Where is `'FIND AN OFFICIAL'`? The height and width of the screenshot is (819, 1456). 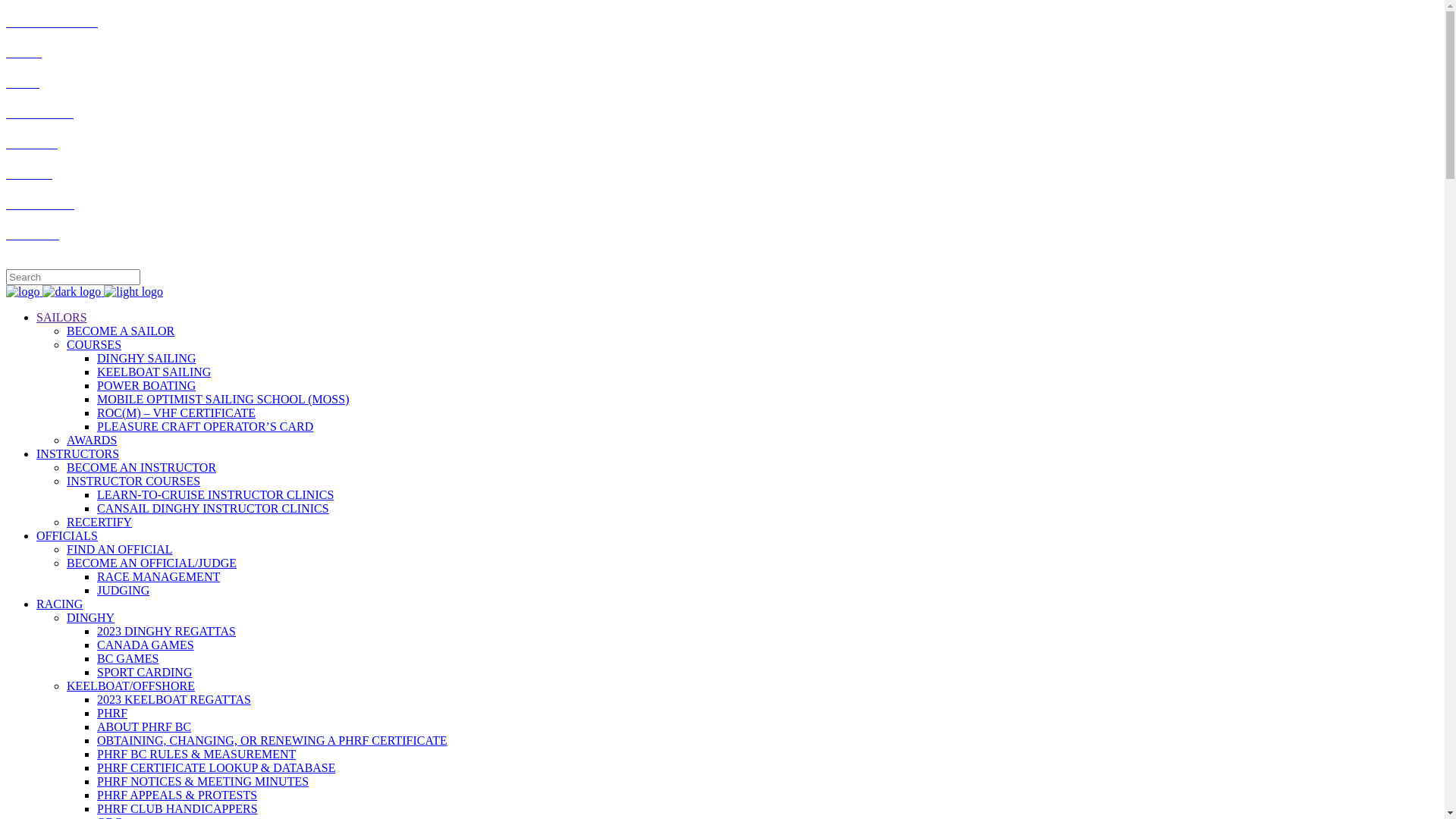 'FIND AN OFFICIAL' is located at coordinates (119, 549).